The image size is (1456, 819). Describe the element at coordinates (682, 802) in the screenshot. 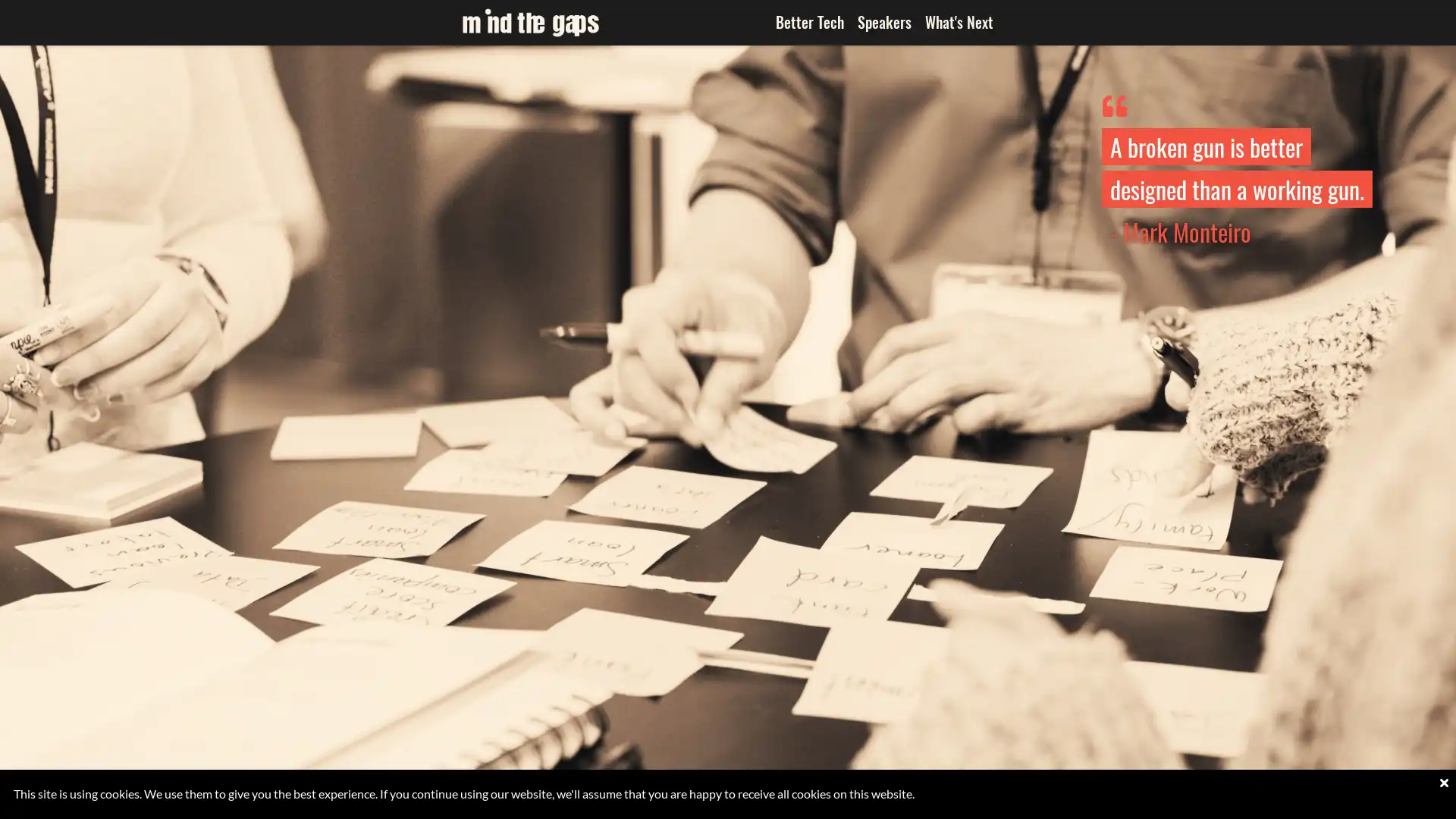

I see `1` at that location.